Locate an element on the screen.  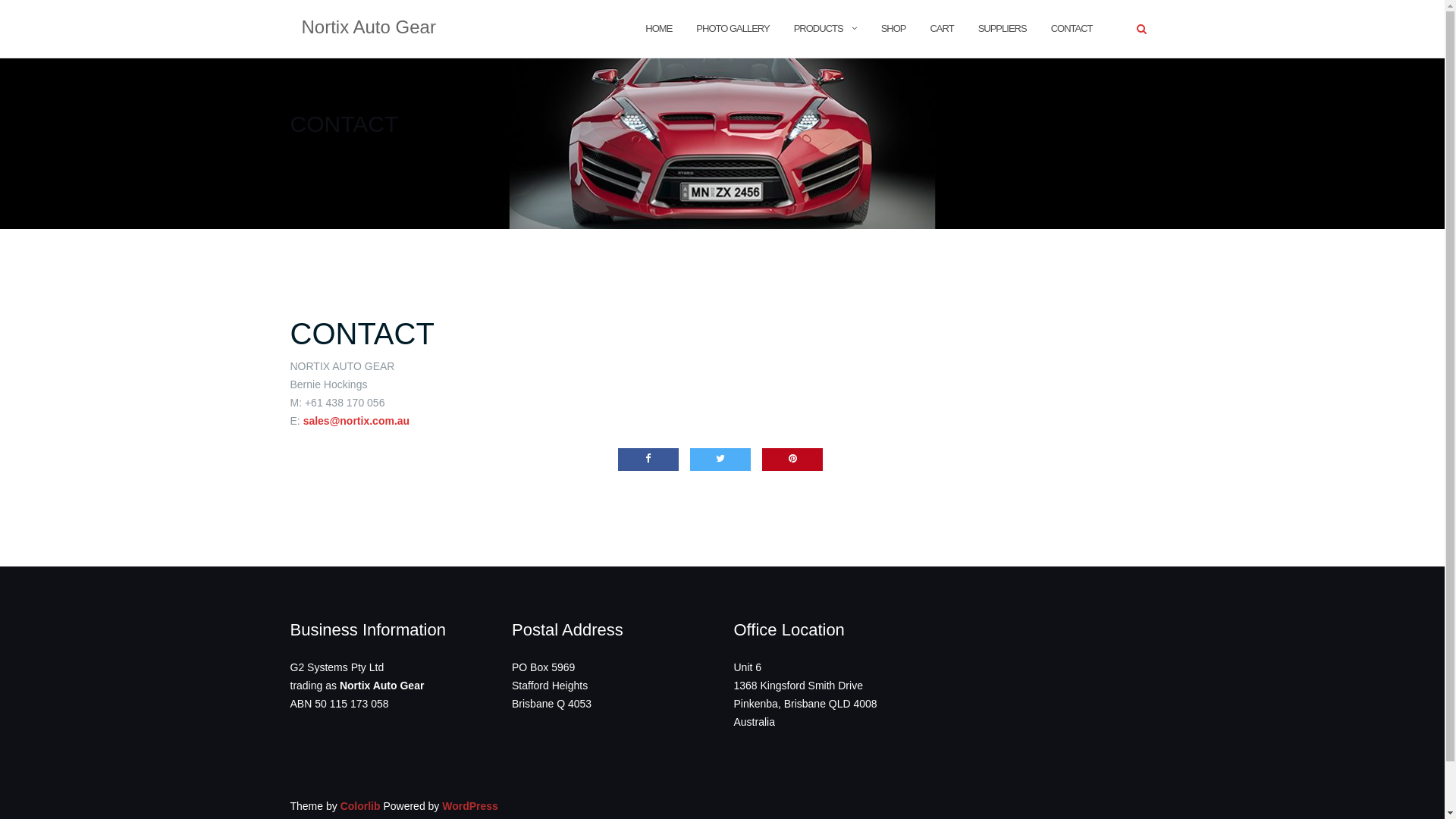
'Nortix Auto Gear' is located at coordinates (369, 29).